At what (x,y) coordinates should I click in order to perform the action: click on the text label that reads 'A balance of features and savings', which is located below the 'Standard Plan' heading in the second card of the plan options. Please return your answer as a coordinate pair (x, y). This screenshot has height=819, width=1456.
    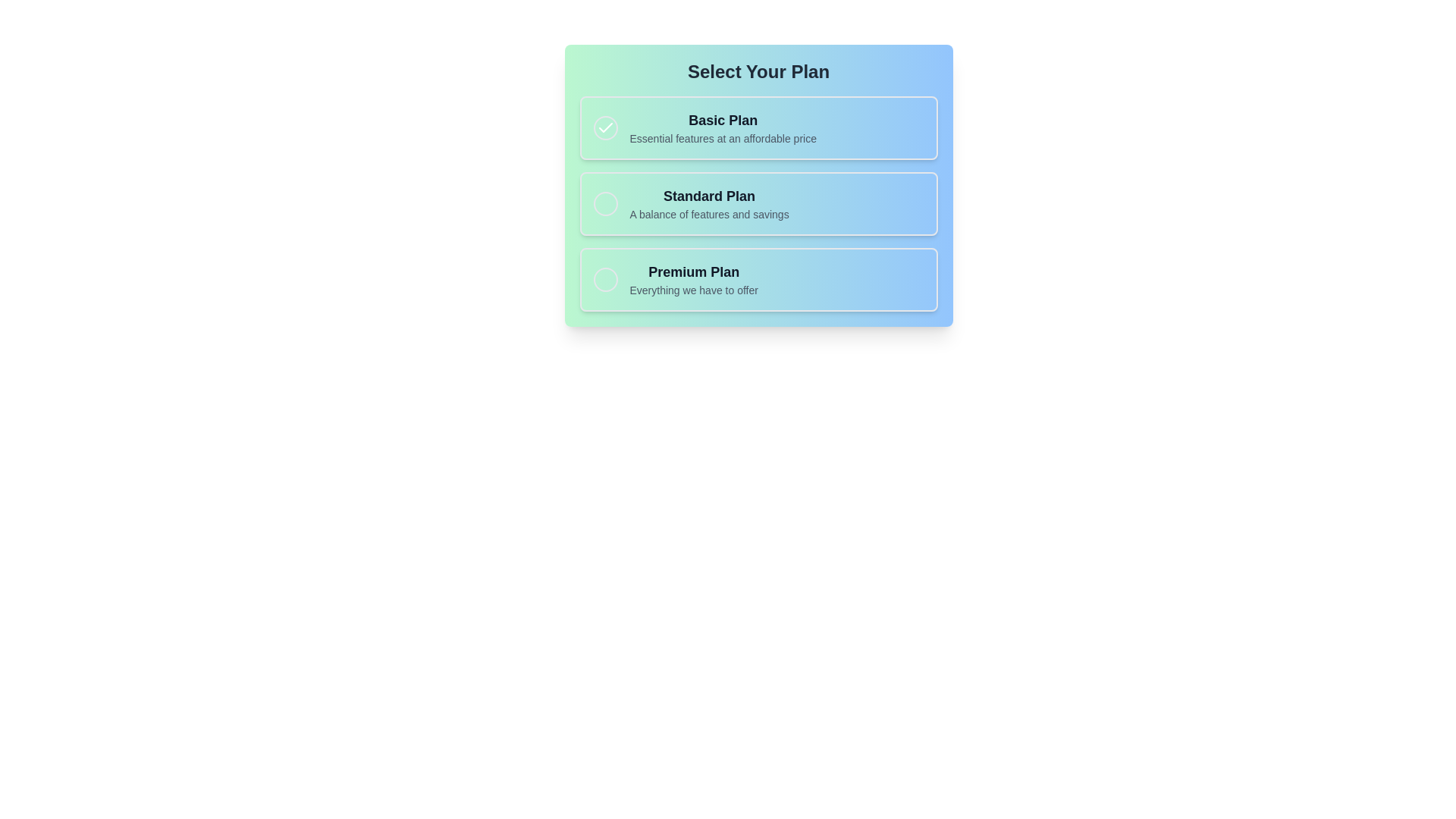
    Looking at the image, I should click on (708, 214).